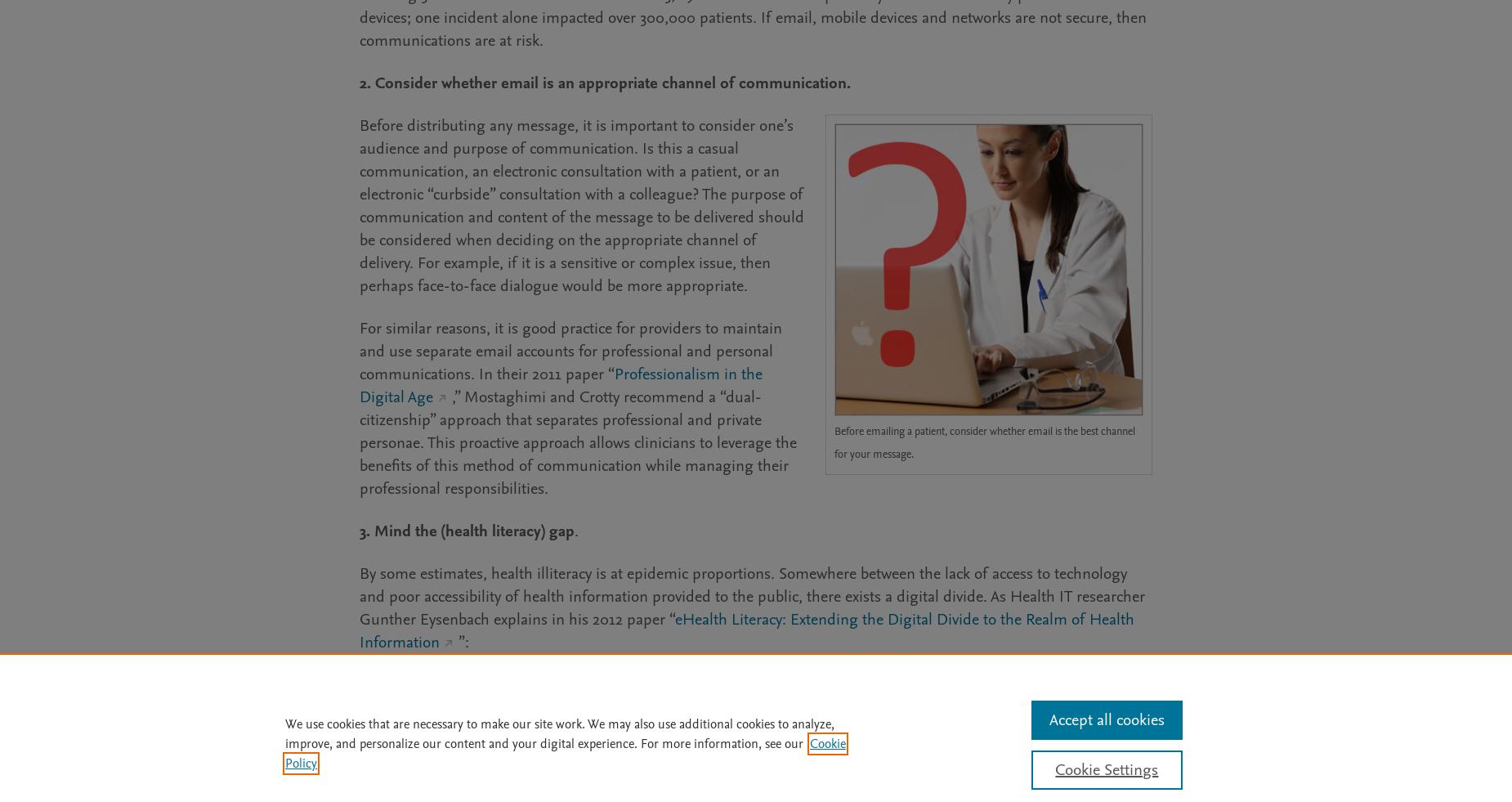 The width and height of the screenshot is (1512, 802). I want to click on 'Before distributing any message, it is important to consider one’s audience and purpose of communication. Is this a casual communication, an electronic consultation with a patient, or an electronic “curbside” consultation with a colleague? The purpose of communication and content
  of the message to be delivered should be considered when deciding on the appropriate channel of delivery. For example, if it is a sensitive or complex issue, then perhaps face-to-face dialogue would be more appropriate.', so click(582, 204).